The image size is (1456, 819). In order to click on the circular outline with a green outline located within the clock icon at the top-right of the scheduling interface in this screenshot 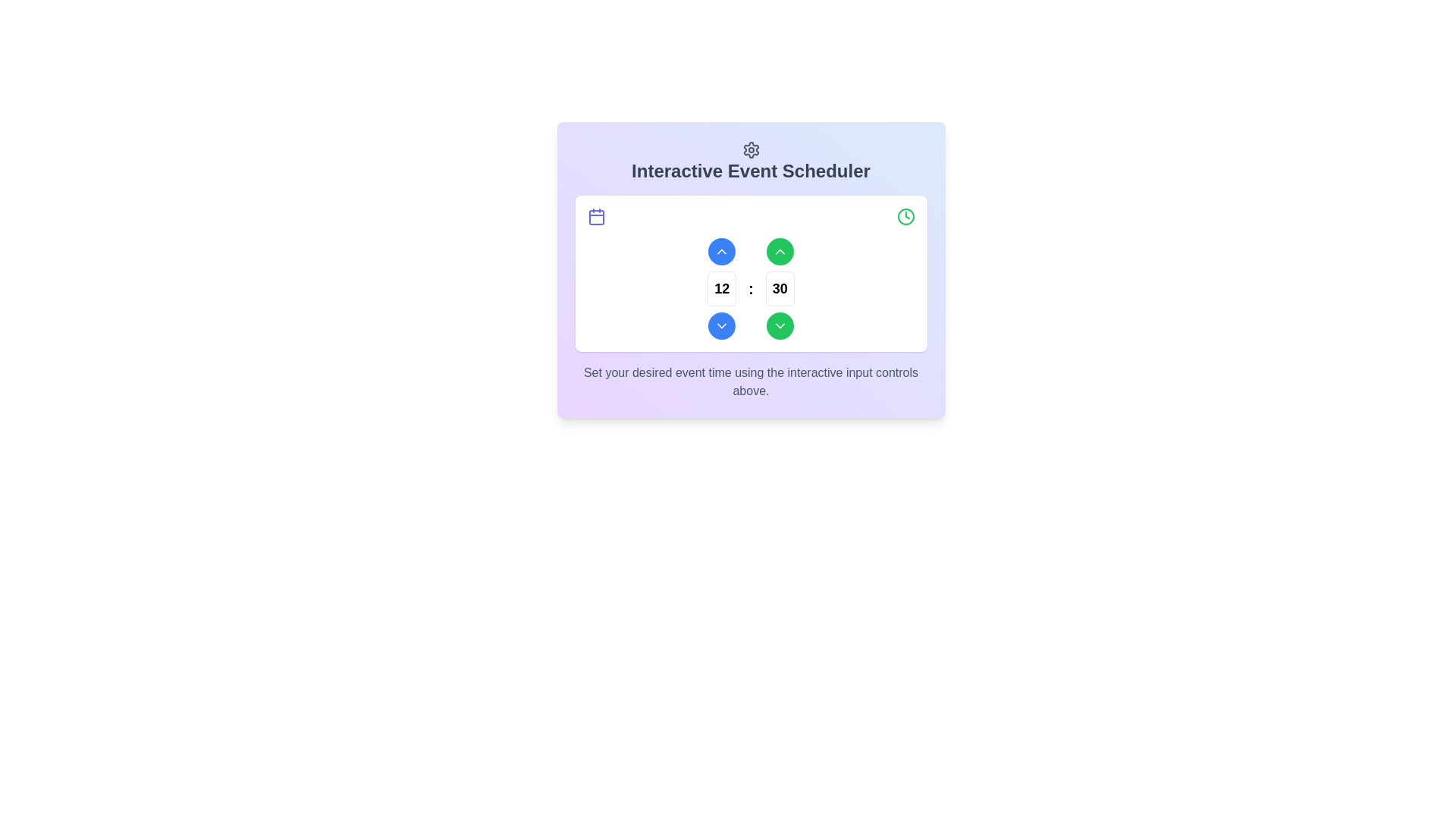, I will do `click(905, 216)`.